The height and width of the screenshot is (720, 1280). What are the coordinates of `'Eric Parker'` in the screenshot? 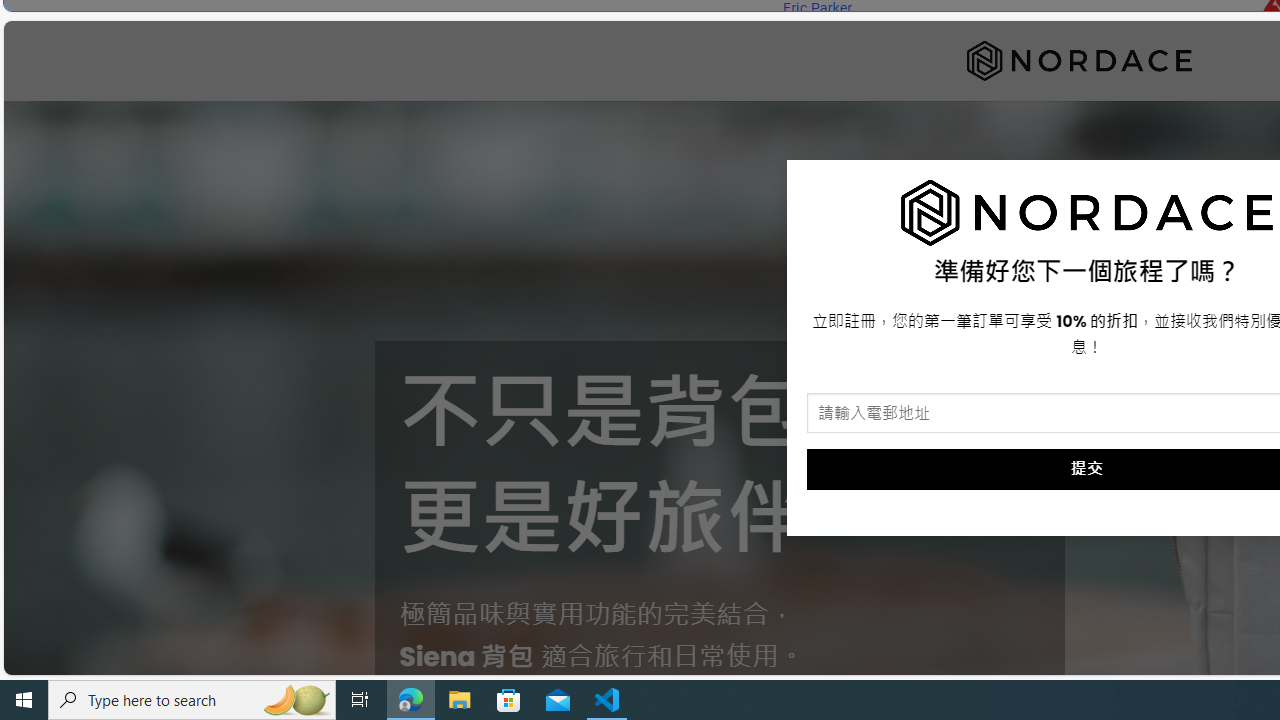 It's located at (817, 8).